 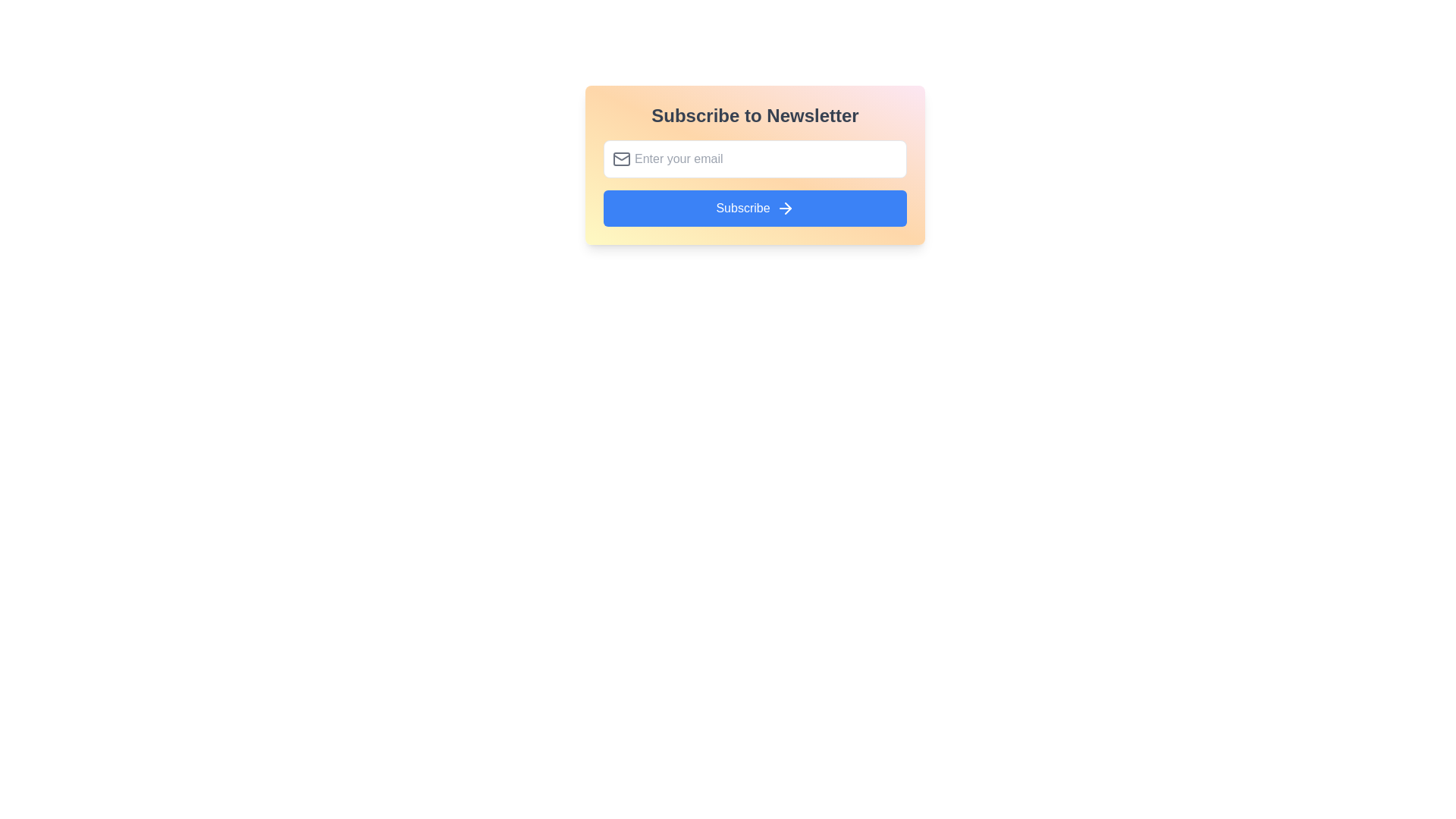 I want to click on the rectangular SVG shape that is part of the mail icon, located to the left of the 'Enter your email' text box, so click(x=622, y=158).